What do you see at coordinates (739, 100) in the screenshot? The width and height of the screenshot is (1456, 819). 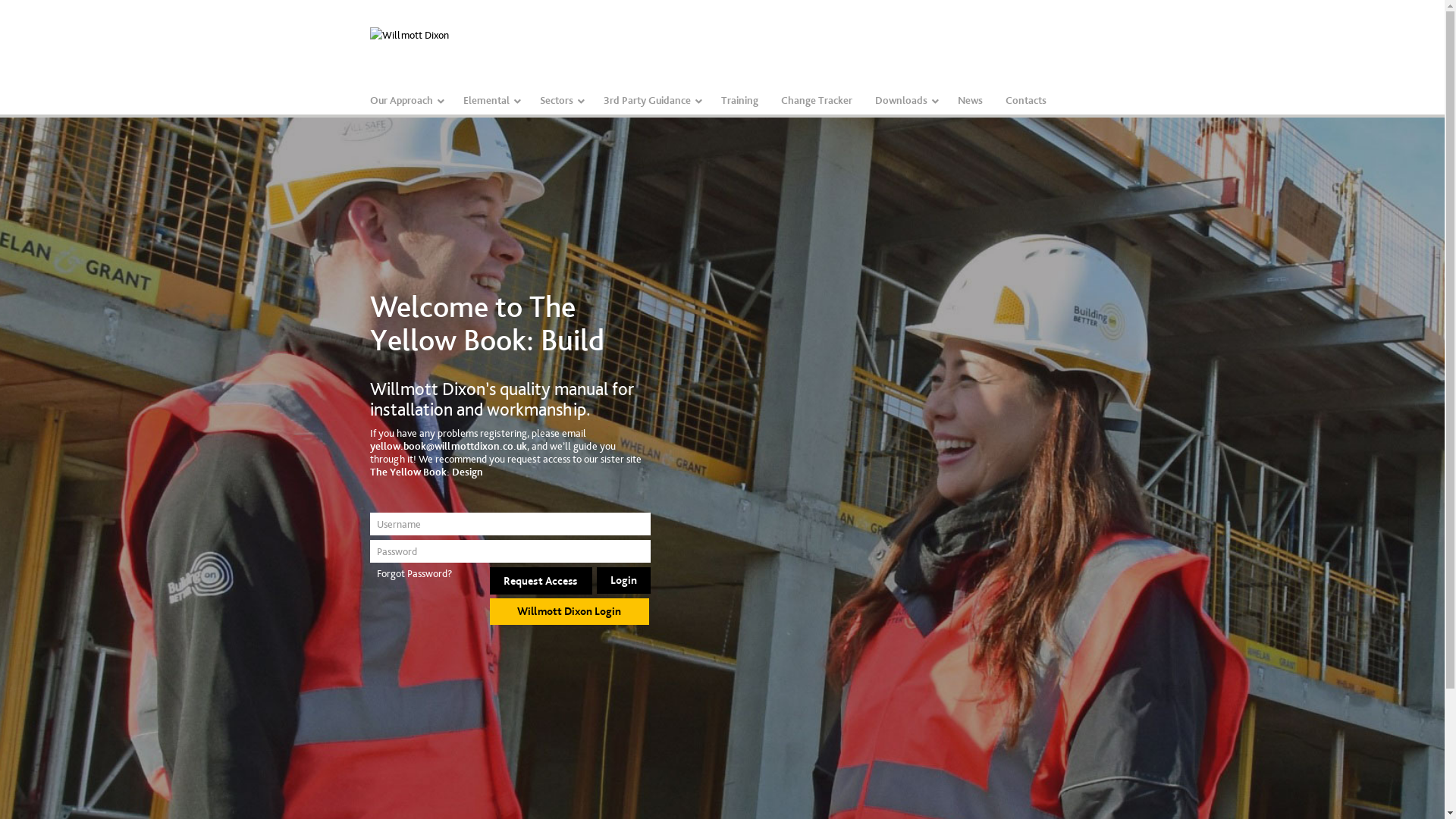 I see `'Training'` at bounding box center [739, 100].